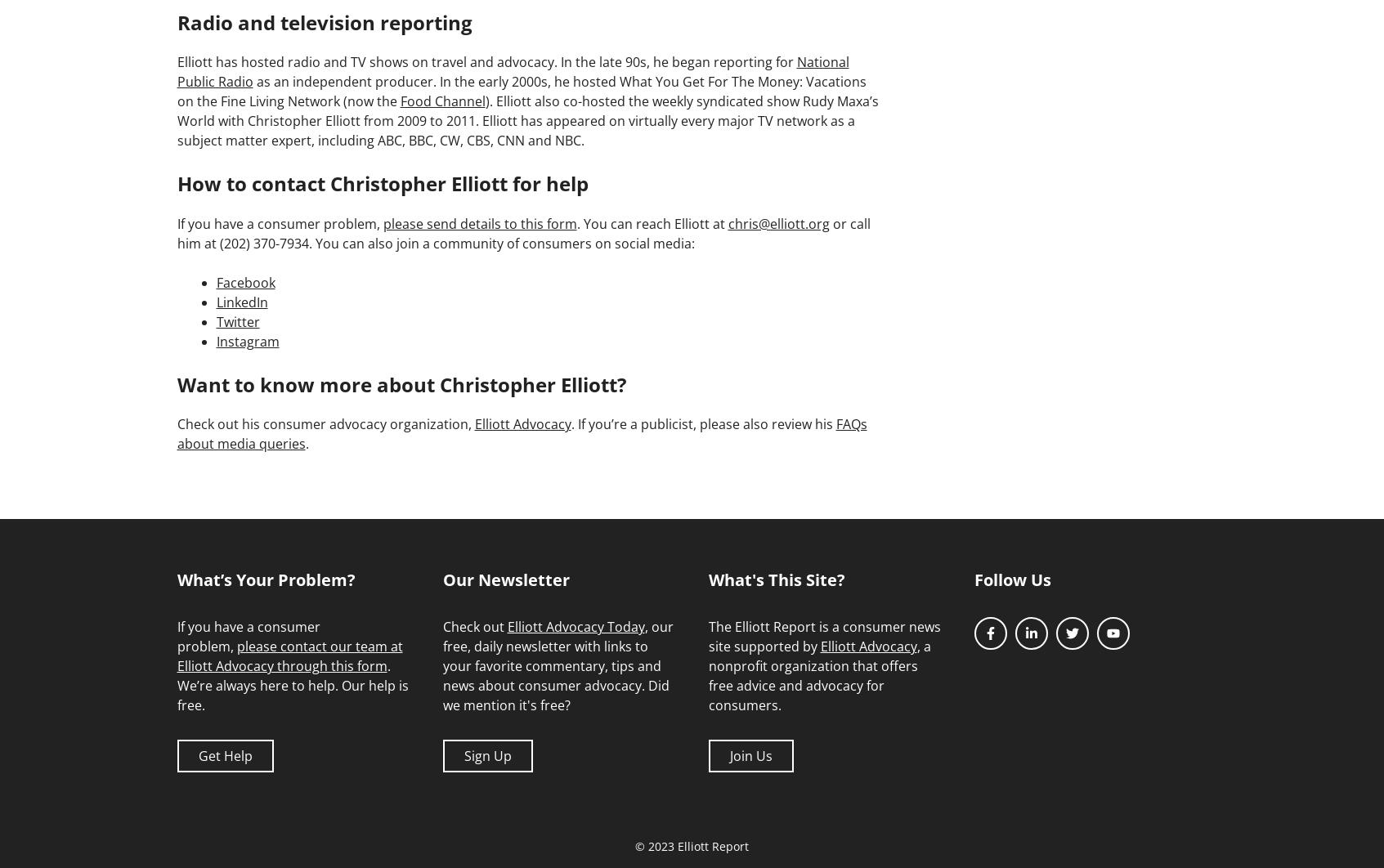 The height and width of the screenshot is (868, 1384). What do you see at coordinates (214, 320) in the screenshot?
I see `'Twitter'` at bounding box center [214, 320].